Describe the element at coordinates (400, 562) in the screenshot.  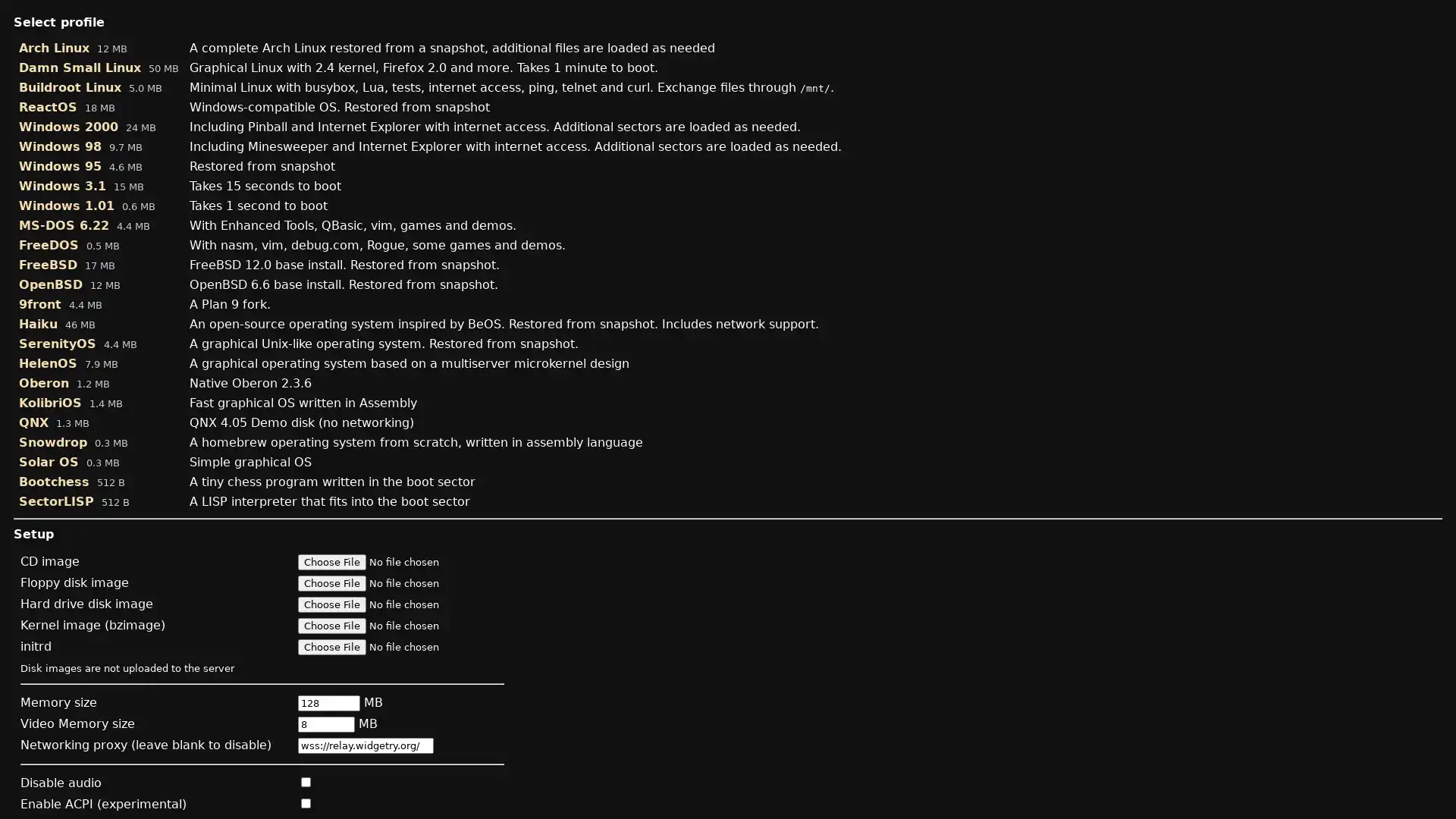
I see `CD image` at that location.